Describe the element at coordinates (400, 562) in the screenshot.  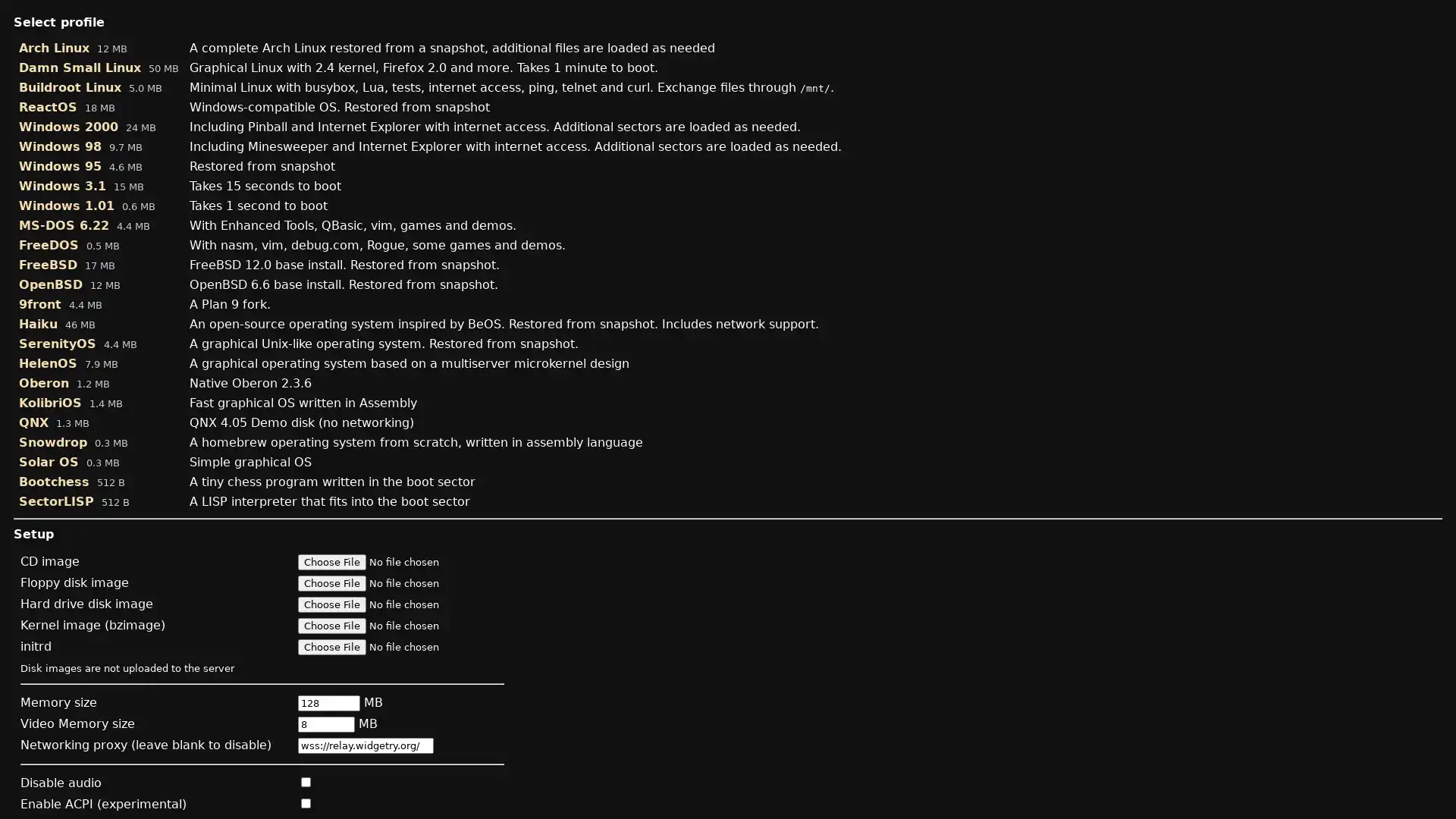
I see `CD image` at that location.